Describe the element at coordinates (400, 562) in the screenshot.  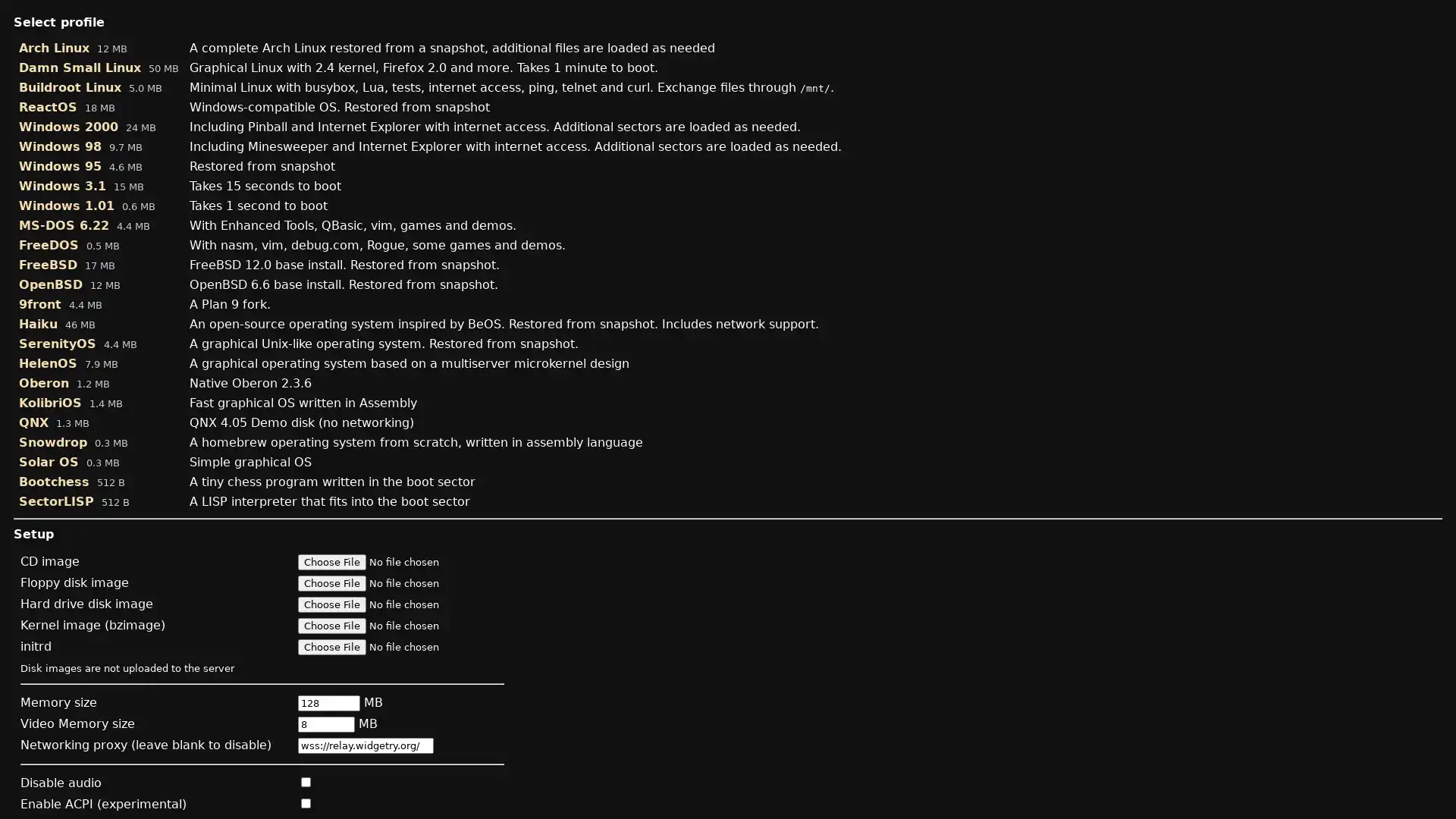
I see `CD image` at that location.